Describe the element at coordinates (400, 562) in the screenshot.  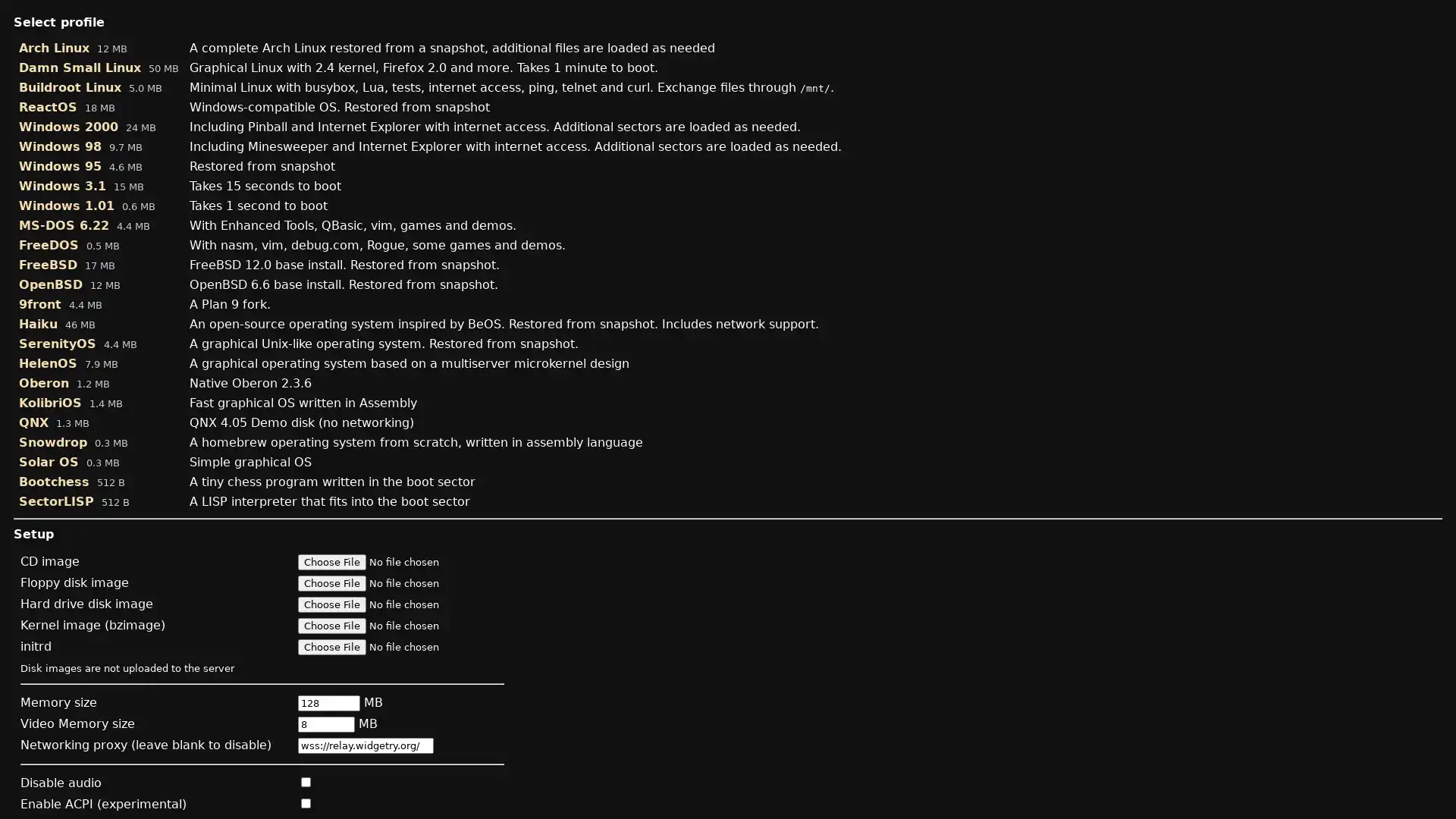
I see `CD image` at that location.